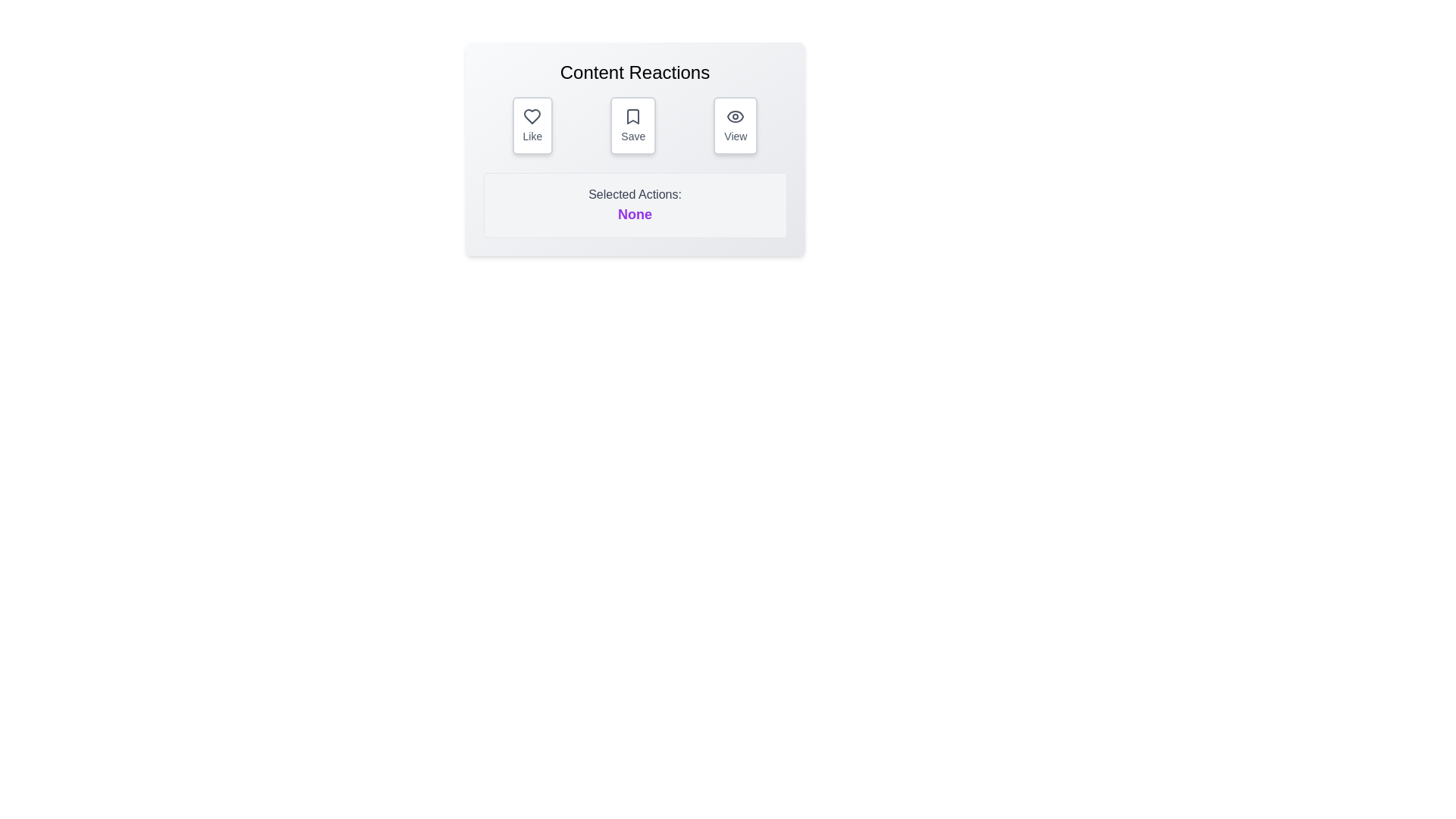 The height and width of the screenshot is (819, 1456). Describe the element at coordinates (633, 124) in the screenshot. I see `the 'Save' button to toggle the 'Save' reaction` at that location.